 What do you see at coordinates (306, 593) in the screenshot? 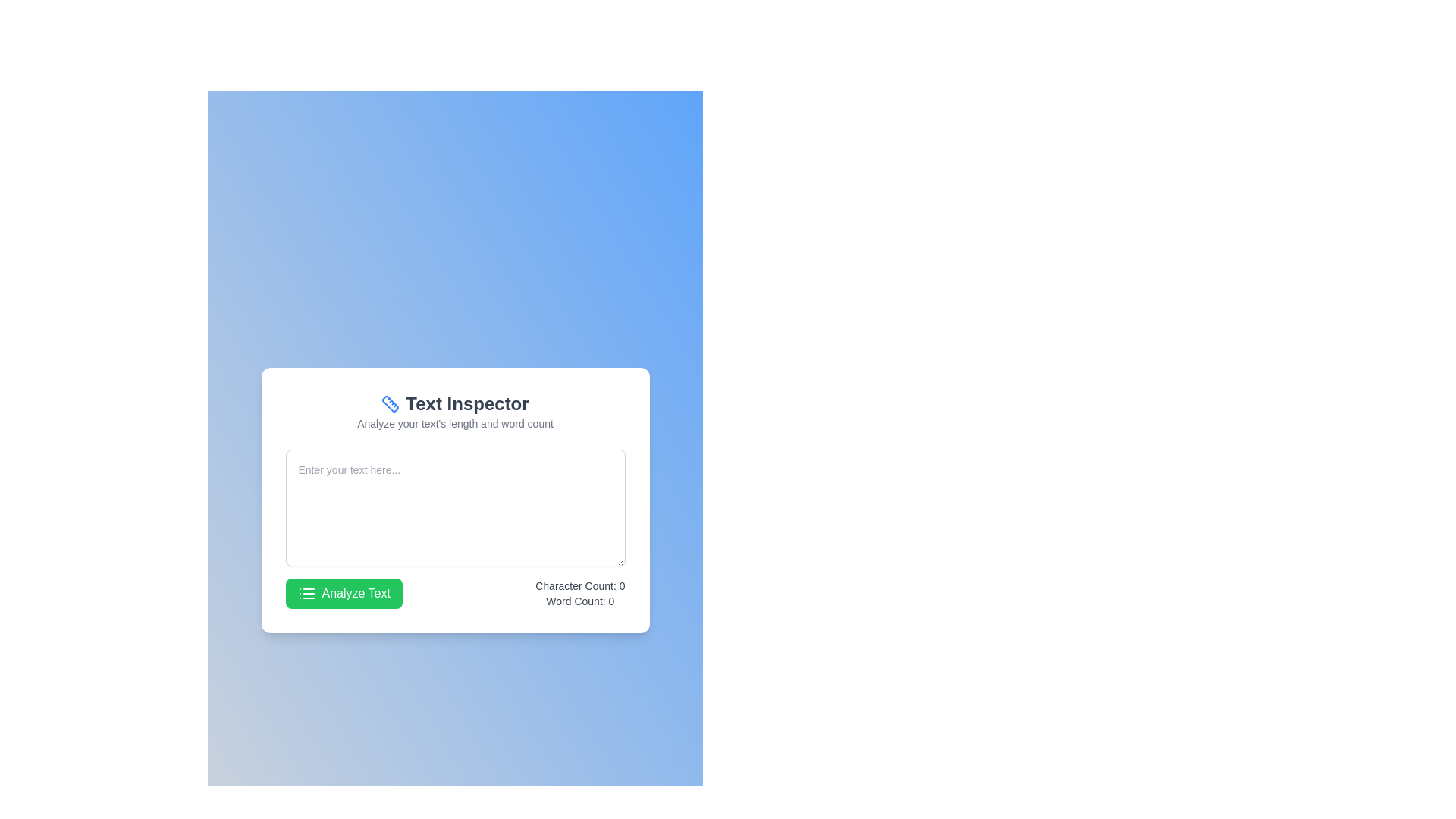
I see `the small icon with three horizontal lines, resembling a list, which is located to the left of the 'Analyze Text' button` at bounding box center [306, 593].